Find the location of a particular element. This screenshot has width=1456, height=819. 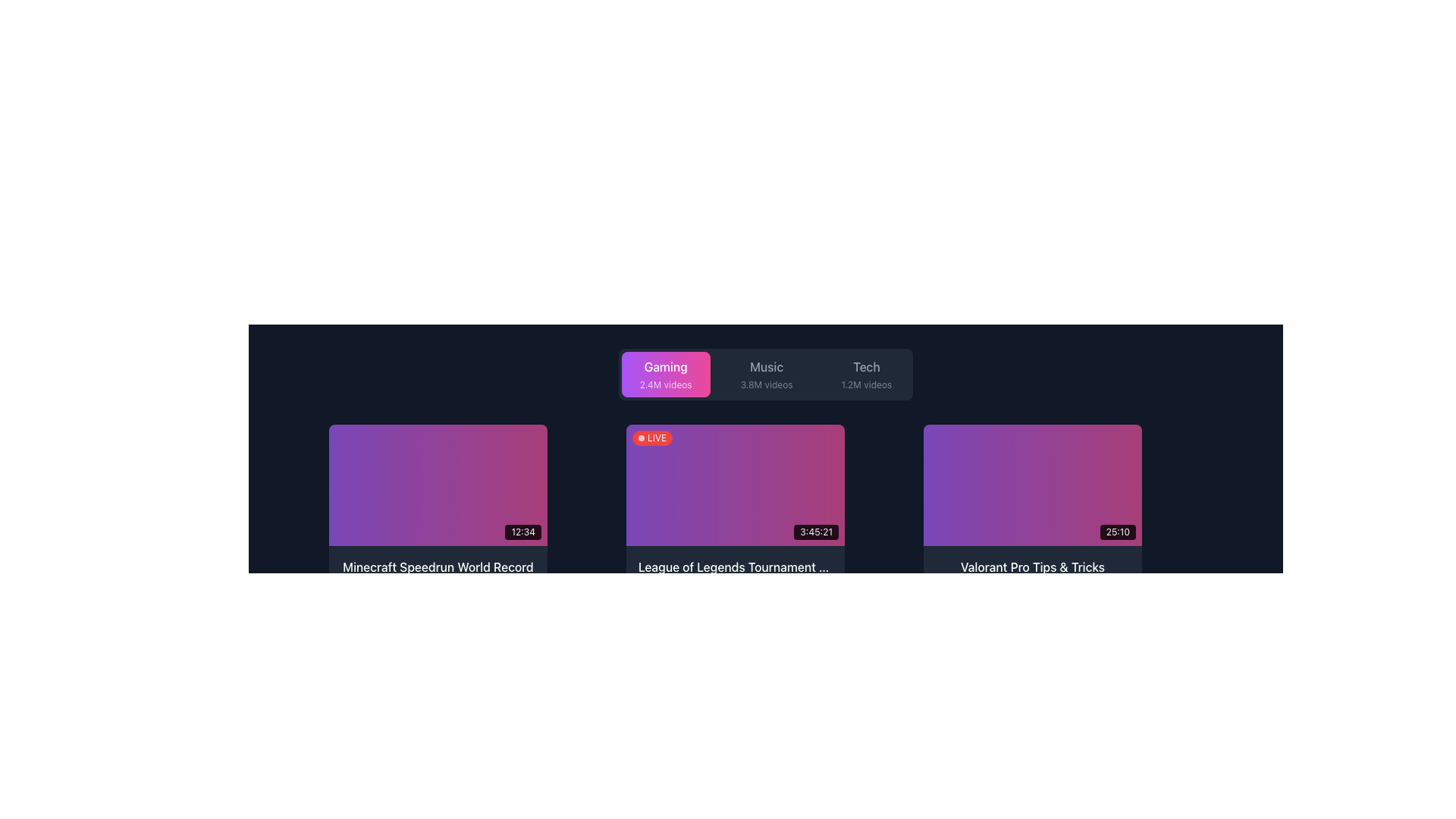

the 'Tech' button, which displays 'Tech' and '1.2M videos' in a vertical arrangement is located at coordinates (866, 374).